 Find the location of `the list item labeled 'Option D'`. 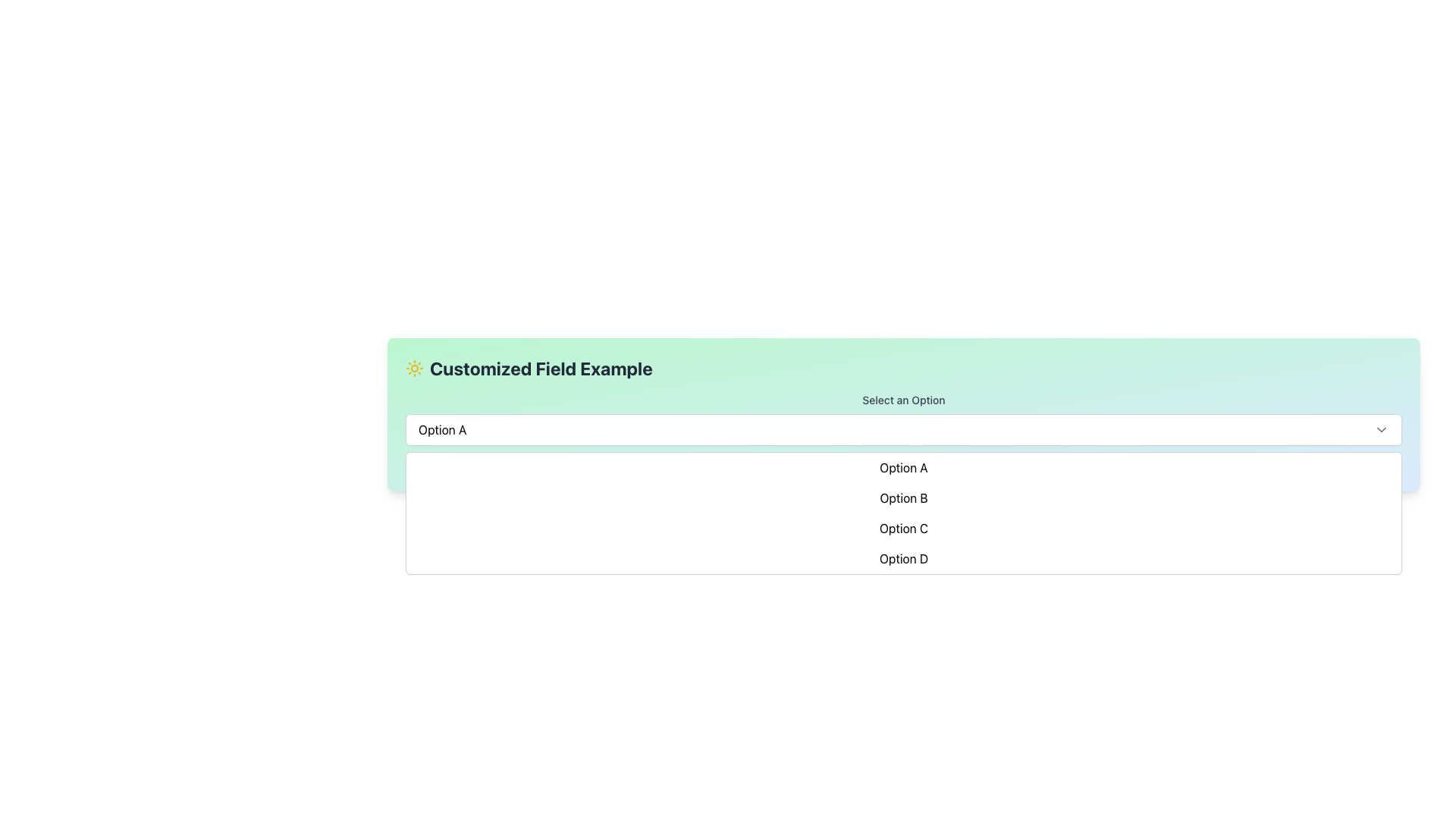

the list item labeled 'Option D' is located at coordinates (903, 558).